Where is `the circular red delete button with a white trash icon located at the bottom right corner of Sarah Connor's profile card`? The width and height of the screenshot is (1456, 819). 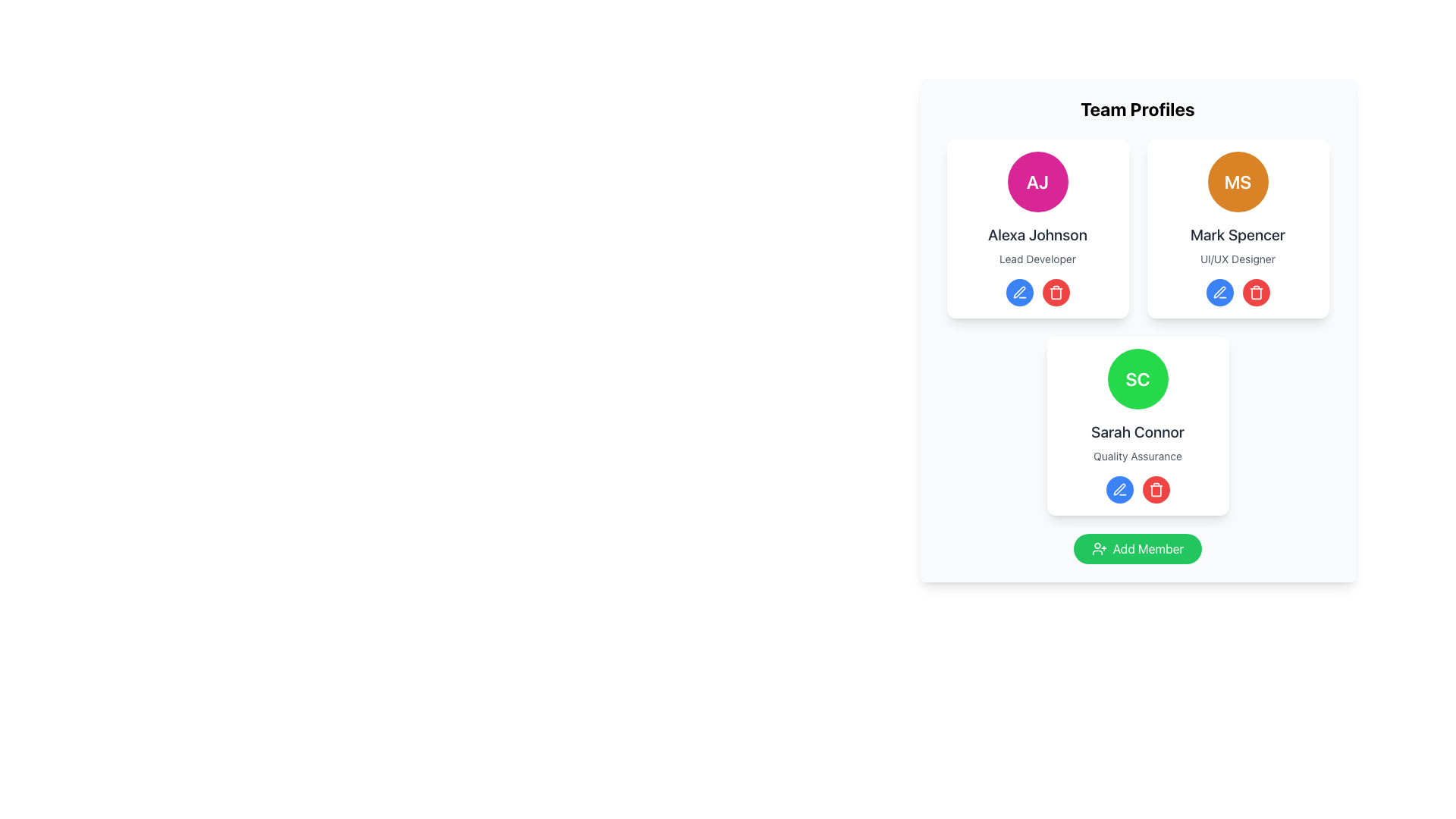 the circular red delete button with a white trash icon located at the bottom right corner of Sarah Connor's profile card is located at coordinates (1155, 489).